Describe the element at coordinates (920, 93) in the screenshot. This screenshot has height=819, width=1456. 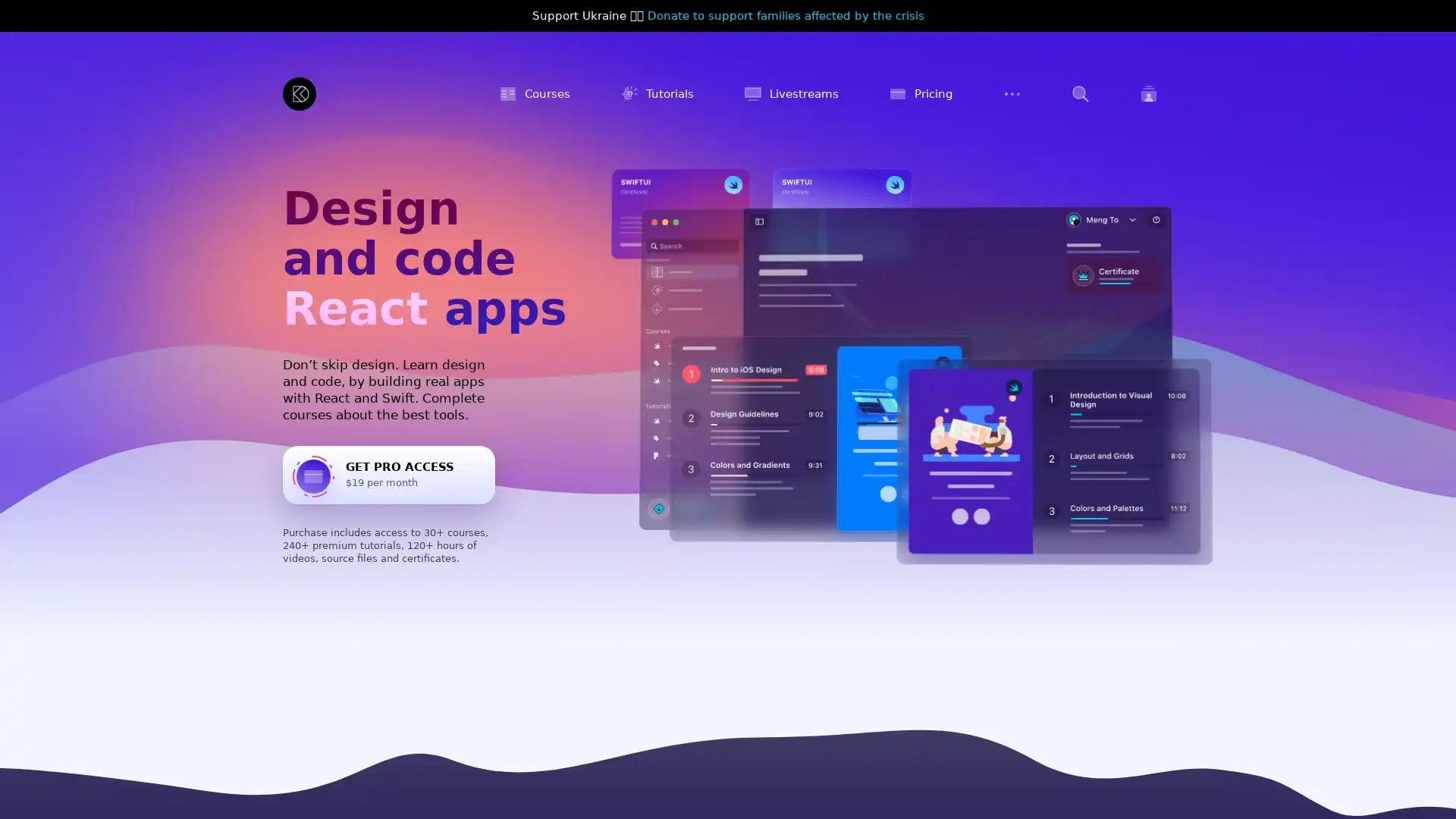
I see `Pricing icon Pricing` at that location.